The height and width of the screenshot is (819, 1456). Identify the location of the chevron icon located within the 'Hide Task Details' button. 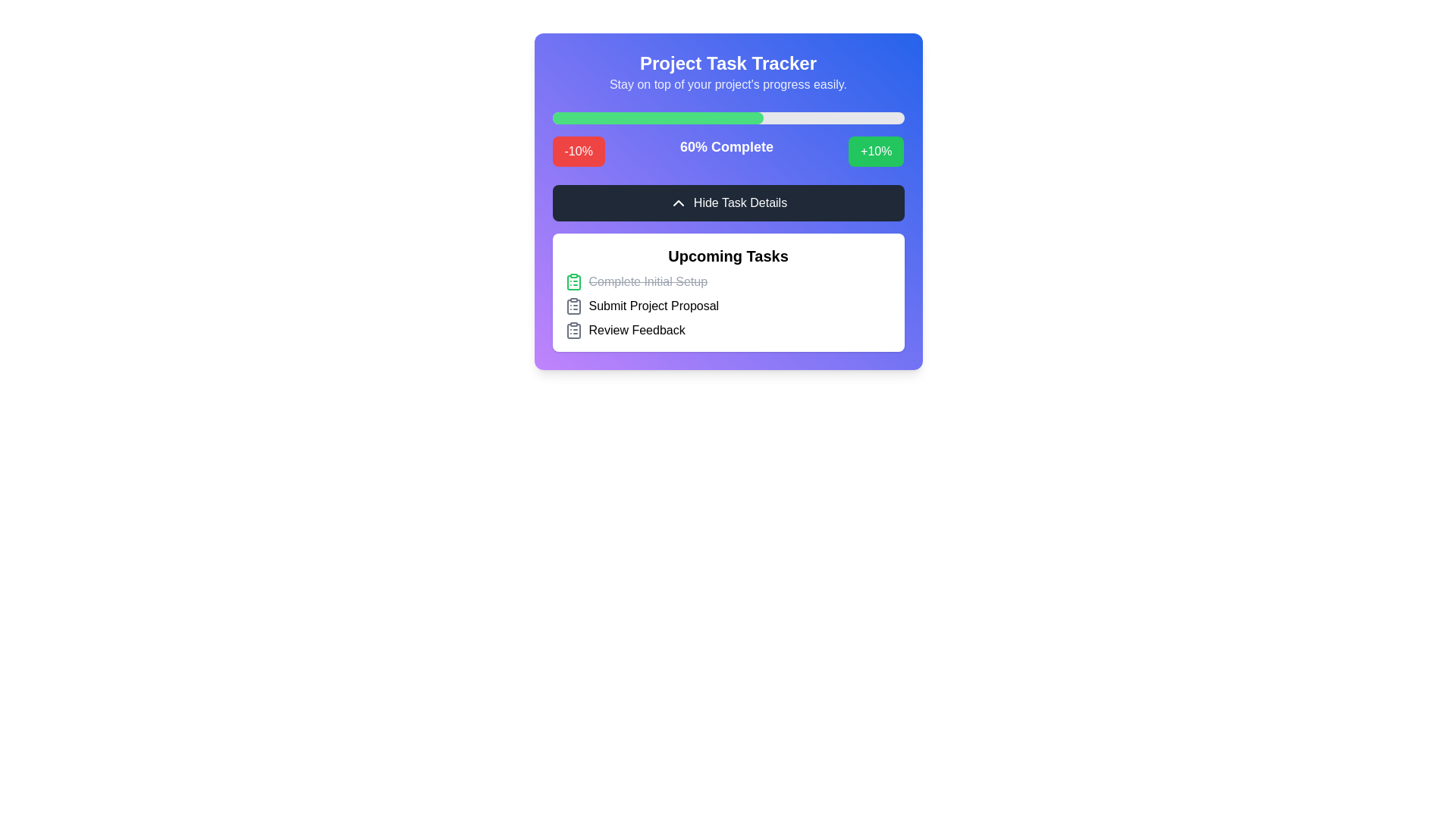
(677, 202).